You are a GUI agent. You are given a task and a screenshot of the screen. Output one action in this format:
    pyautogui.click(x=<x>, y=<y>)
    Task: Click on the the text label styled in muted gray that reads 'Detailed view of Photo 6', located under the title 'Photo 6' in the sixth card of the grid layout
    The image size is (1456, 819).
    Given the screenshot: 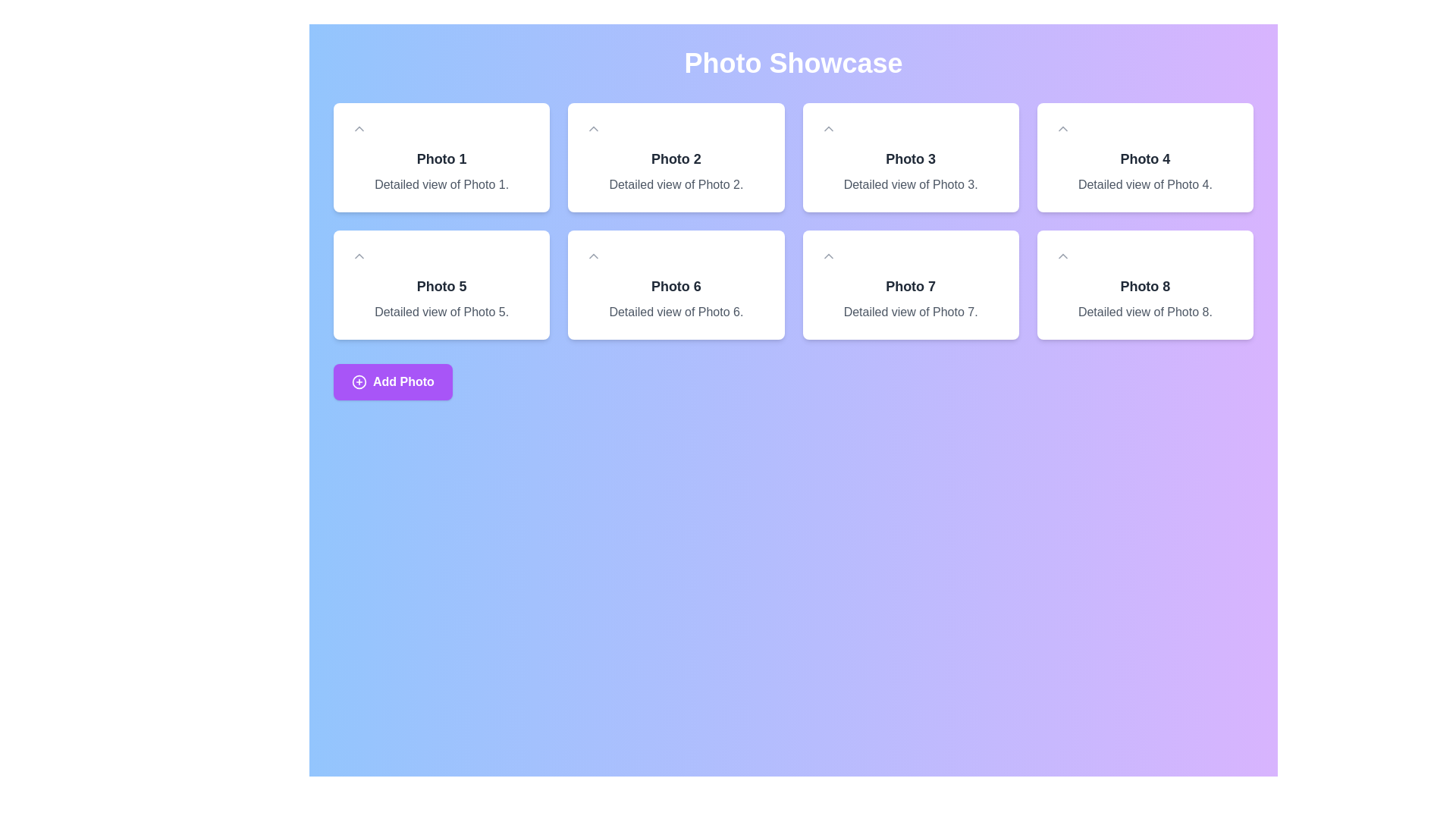 What is the action you would take?
    pyautogui.click(x=675, y=312)
    